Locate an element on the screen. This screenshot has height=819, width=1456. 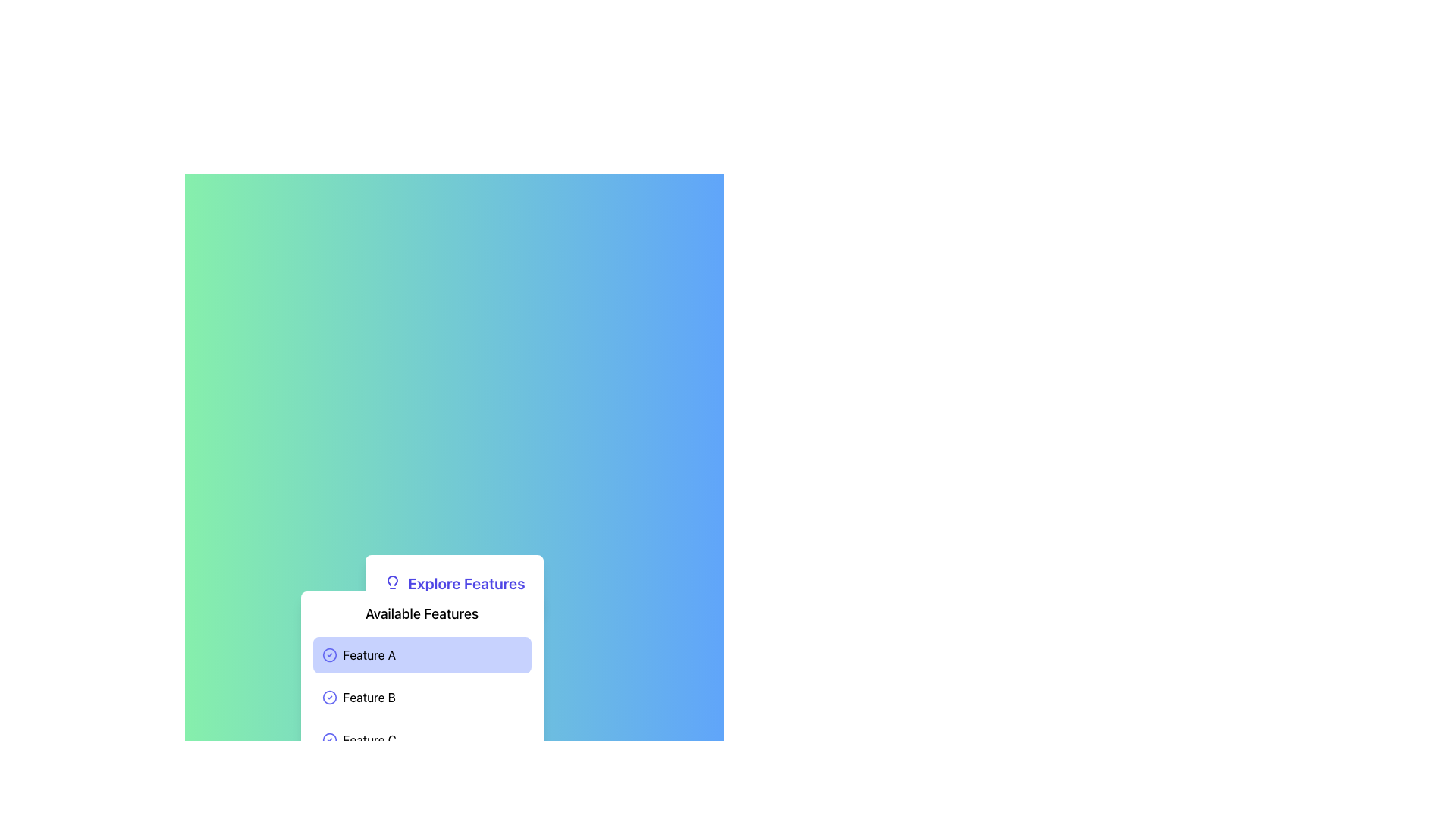
the text heading 'Available Features' which is styled with bold typography and larger font size, located at the top of a card-like panel below the label 'Explore Features' is located at coordinates (422, 614).